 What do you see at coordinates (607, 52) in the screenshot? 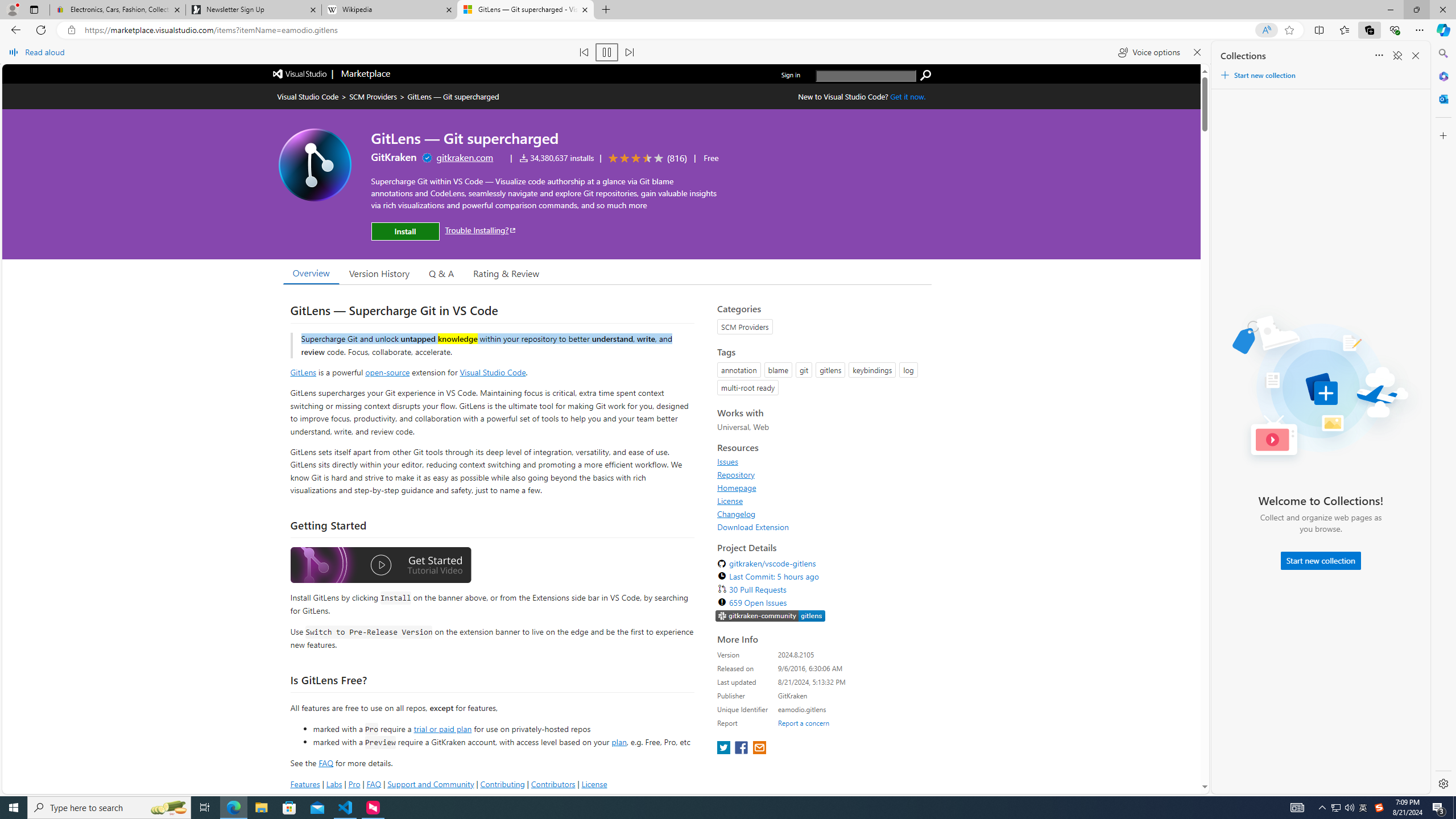
I see `'Pause read aloud (Ctrl+Shift+U)'` at bounding box center [607, 52].